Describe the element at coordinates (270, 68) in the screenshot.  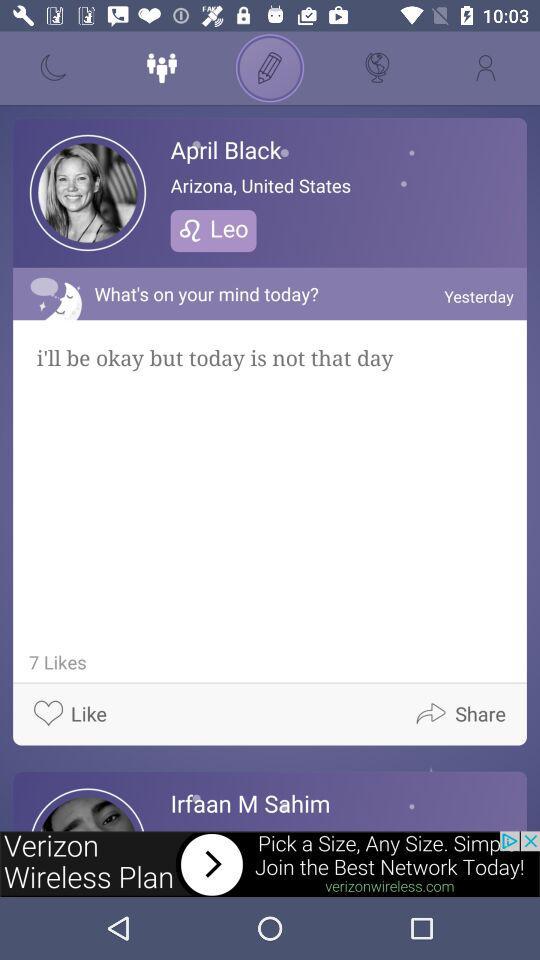
I see `type the message` at that location.